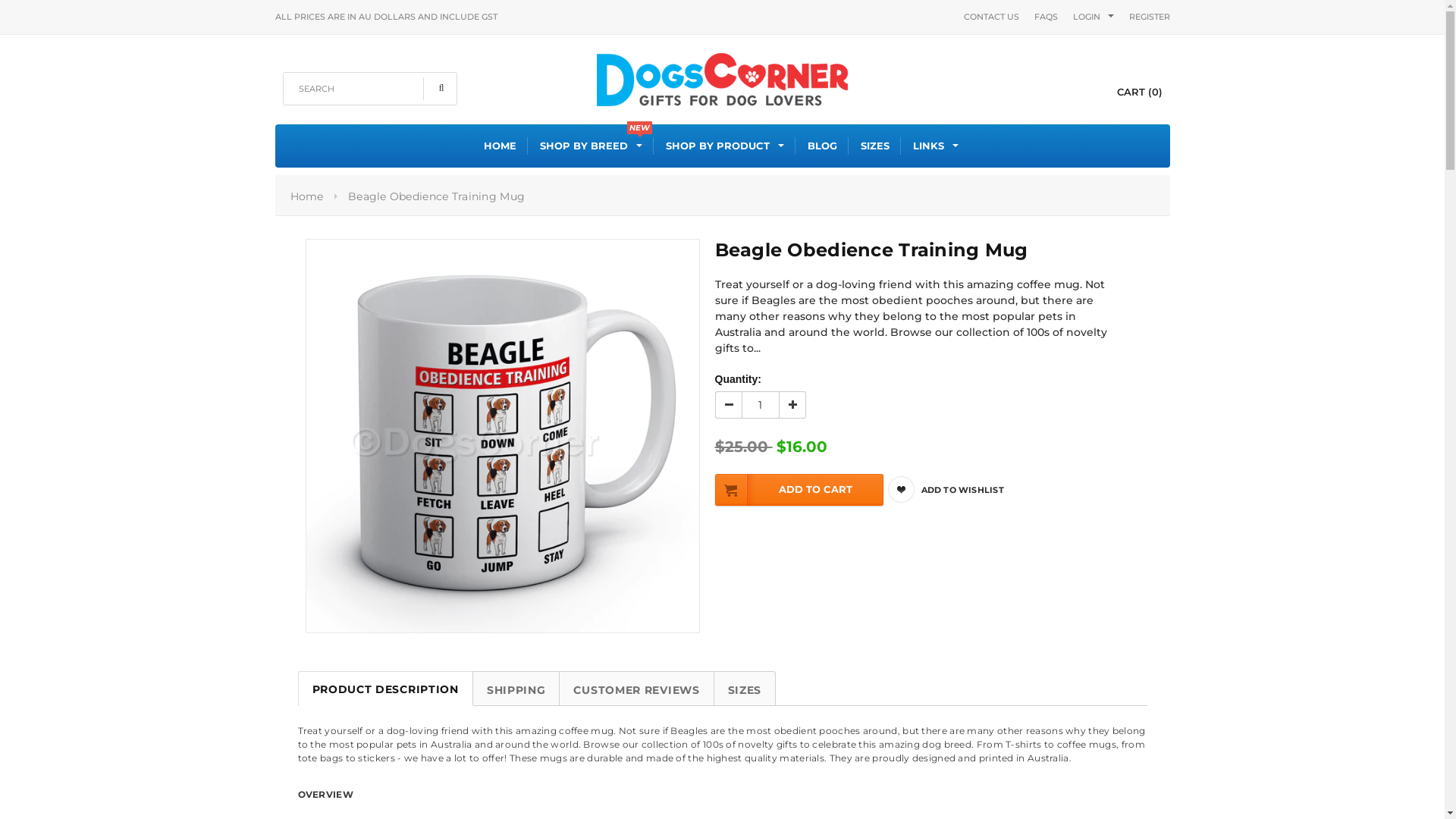  I want to click on 'SIZES', so click(860, 146).